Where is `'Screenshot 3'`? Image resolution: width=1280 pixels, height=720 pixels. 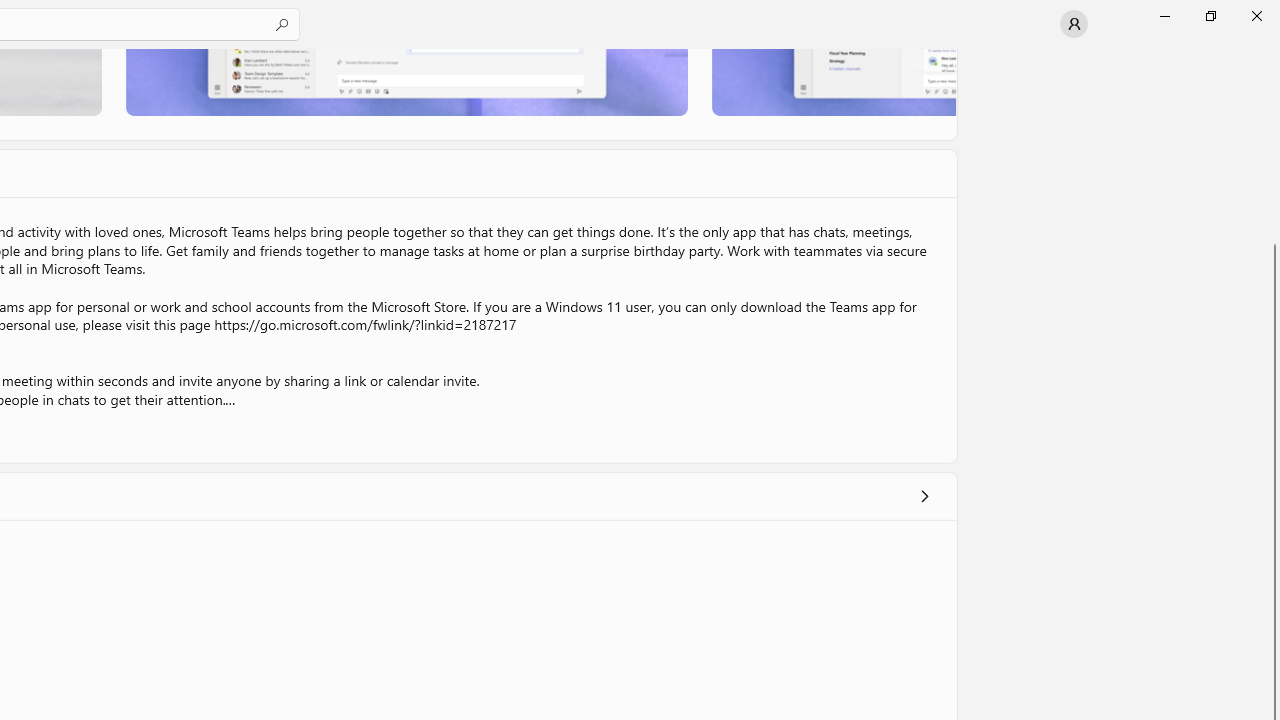
'Screenshot 3' is located at coordinates (833, 81).